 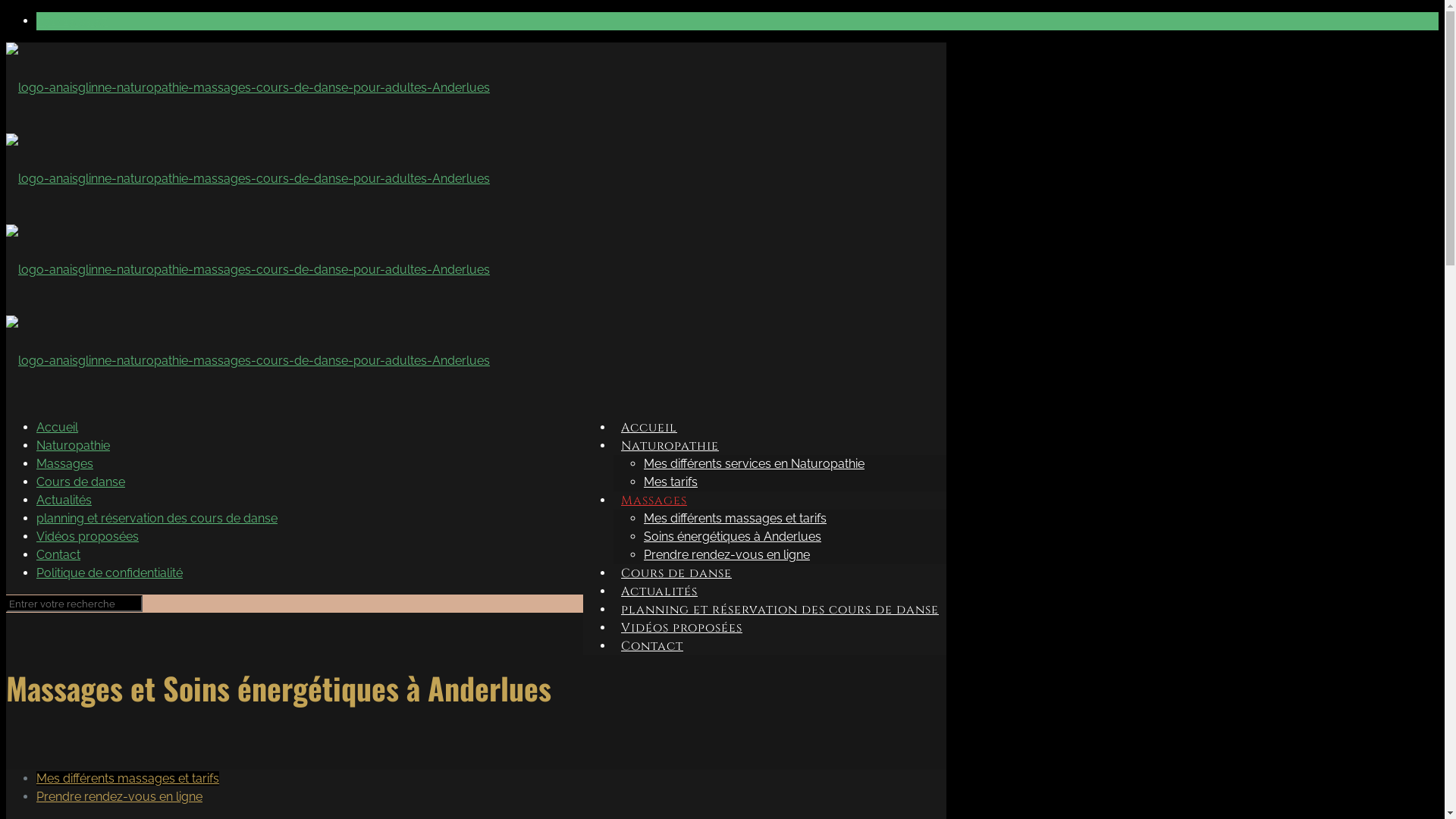 I want to click on 'Contact', so click(x=613, y=646).